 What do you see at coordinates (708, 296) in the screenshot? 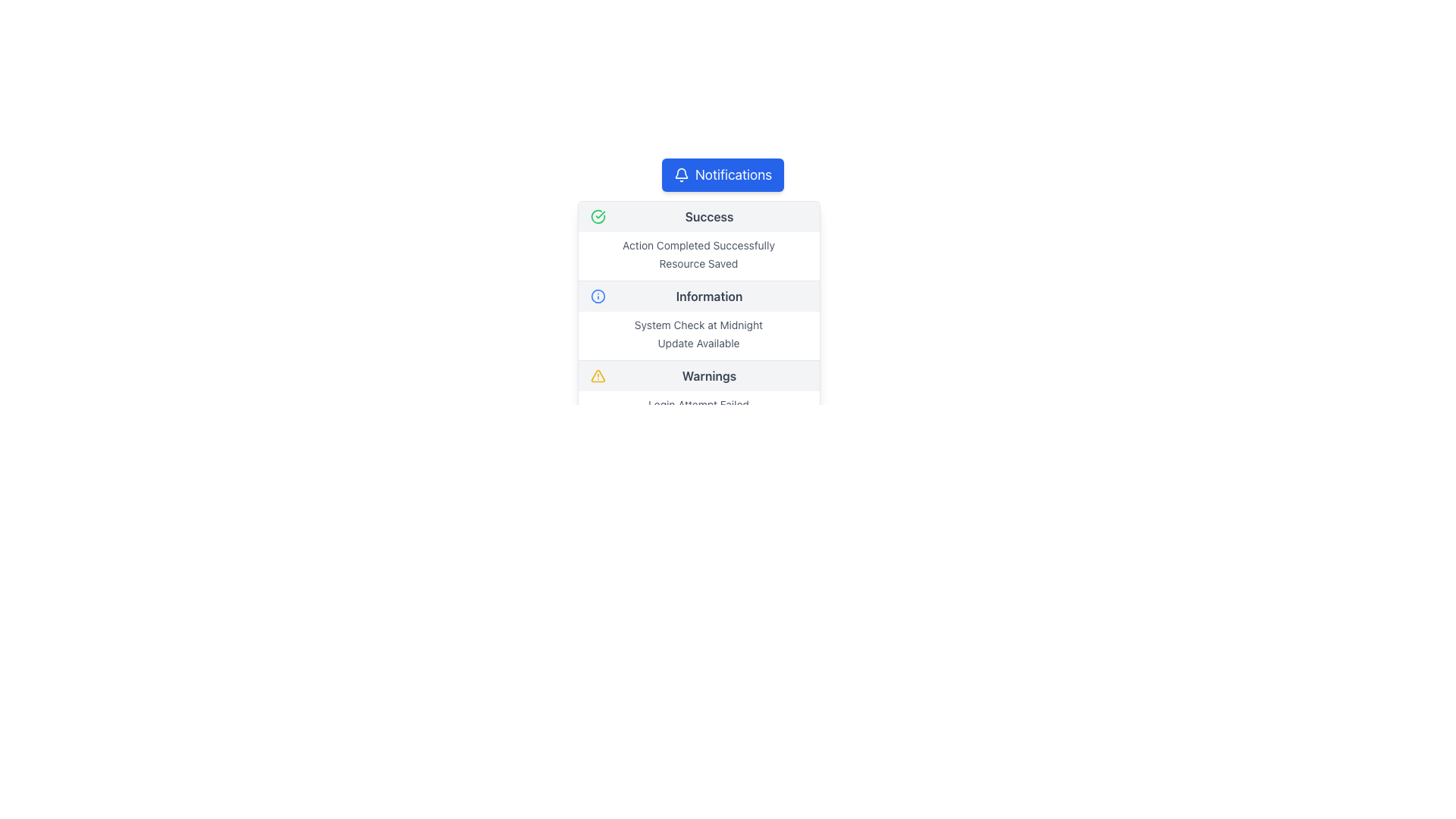
I see `the text label reading 'Information' styled in gray with a bold font, located in the middle section of the notifications list under the subsection titled 'Information'` at bounding box center [708, 296].